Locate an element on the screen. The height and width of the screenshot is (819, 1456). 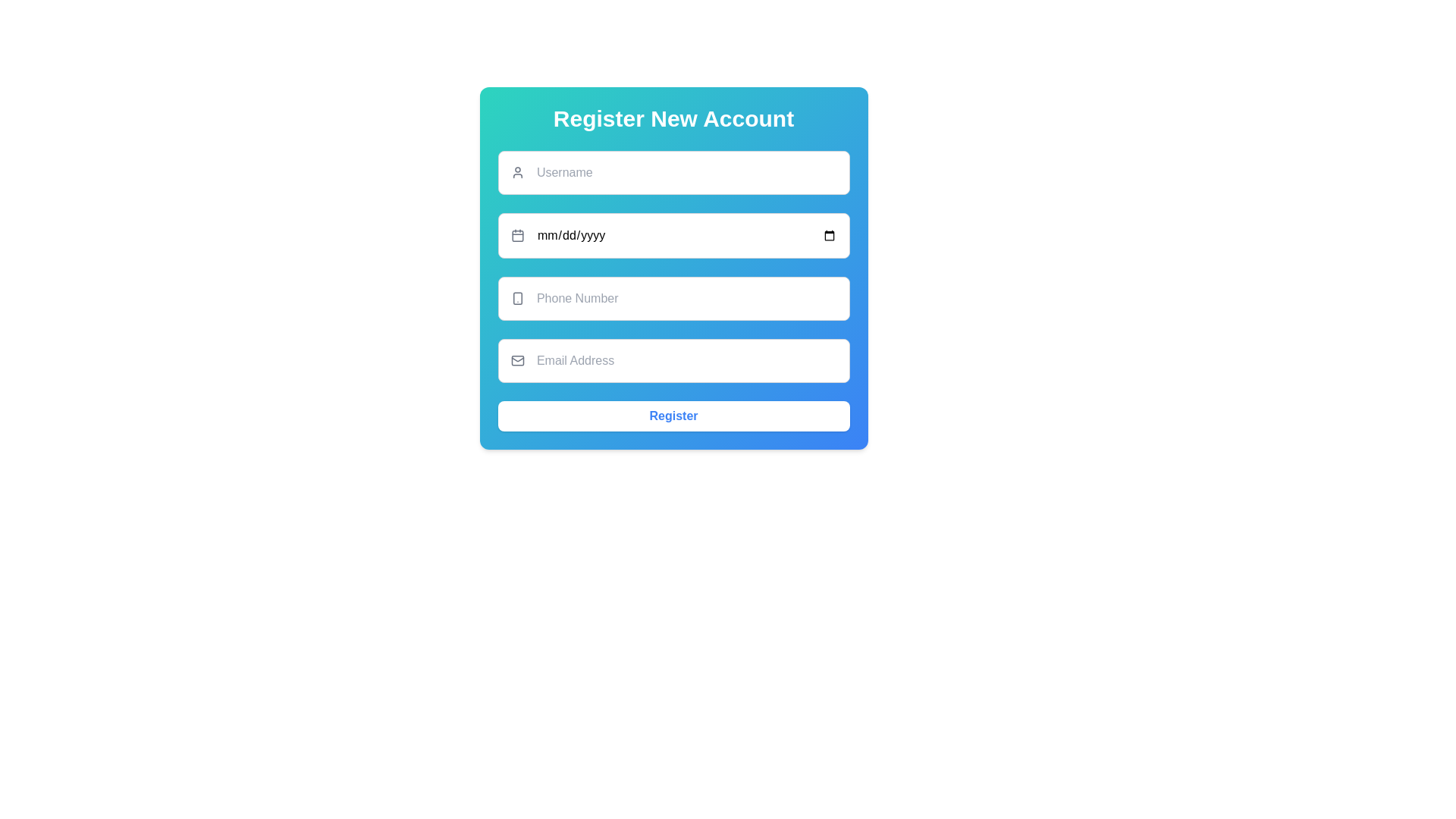
the registration form submit button, which is centrally positioned beneath the input fields for 'Username', 'Date of Birth', 'Phone Number', and 'Email Address', to observe the hover effect is located at coordinates (673, 416).